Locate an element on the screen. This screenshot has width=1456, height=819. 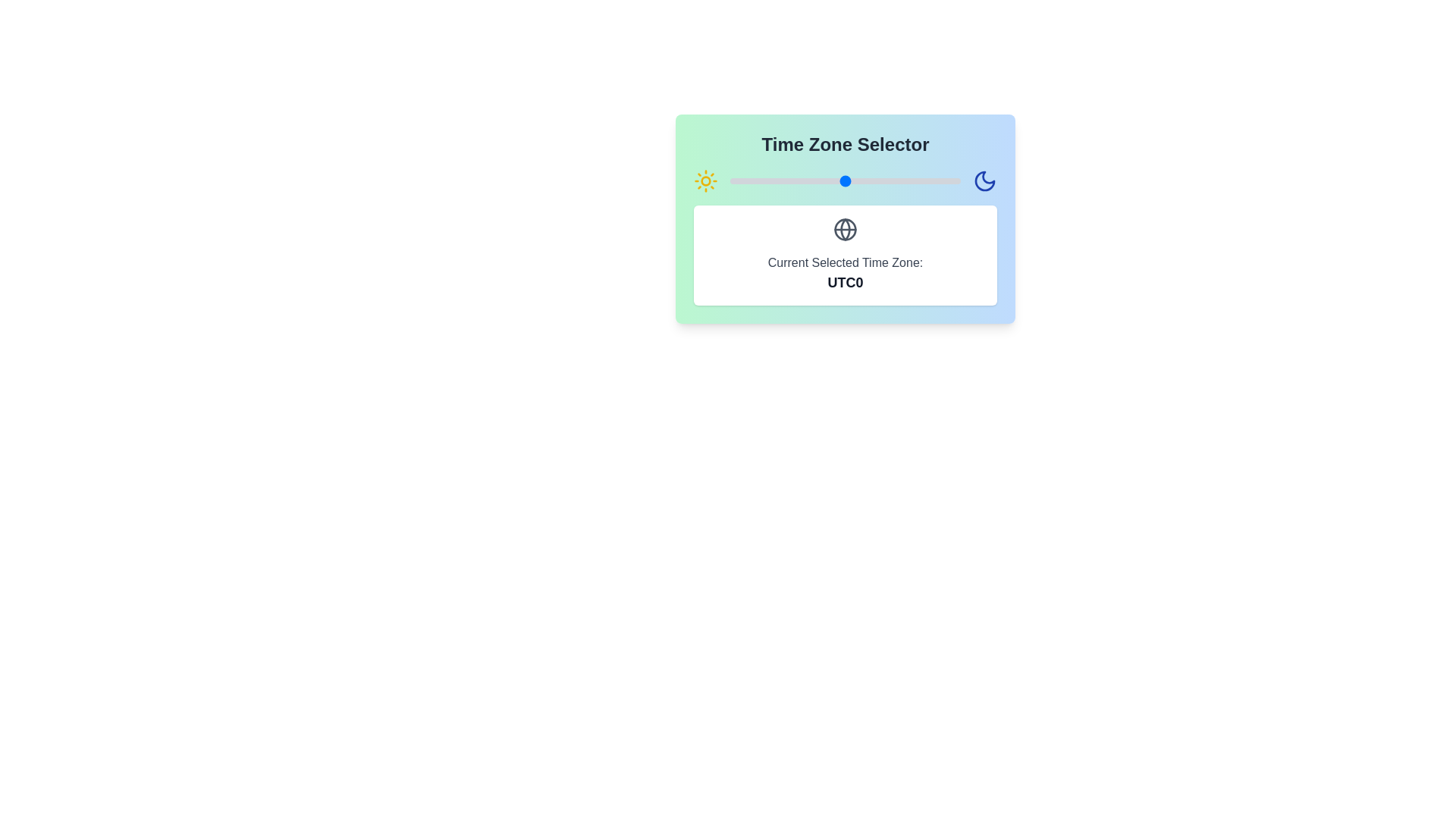
the time zone offset is located at coordinates (930, 180).